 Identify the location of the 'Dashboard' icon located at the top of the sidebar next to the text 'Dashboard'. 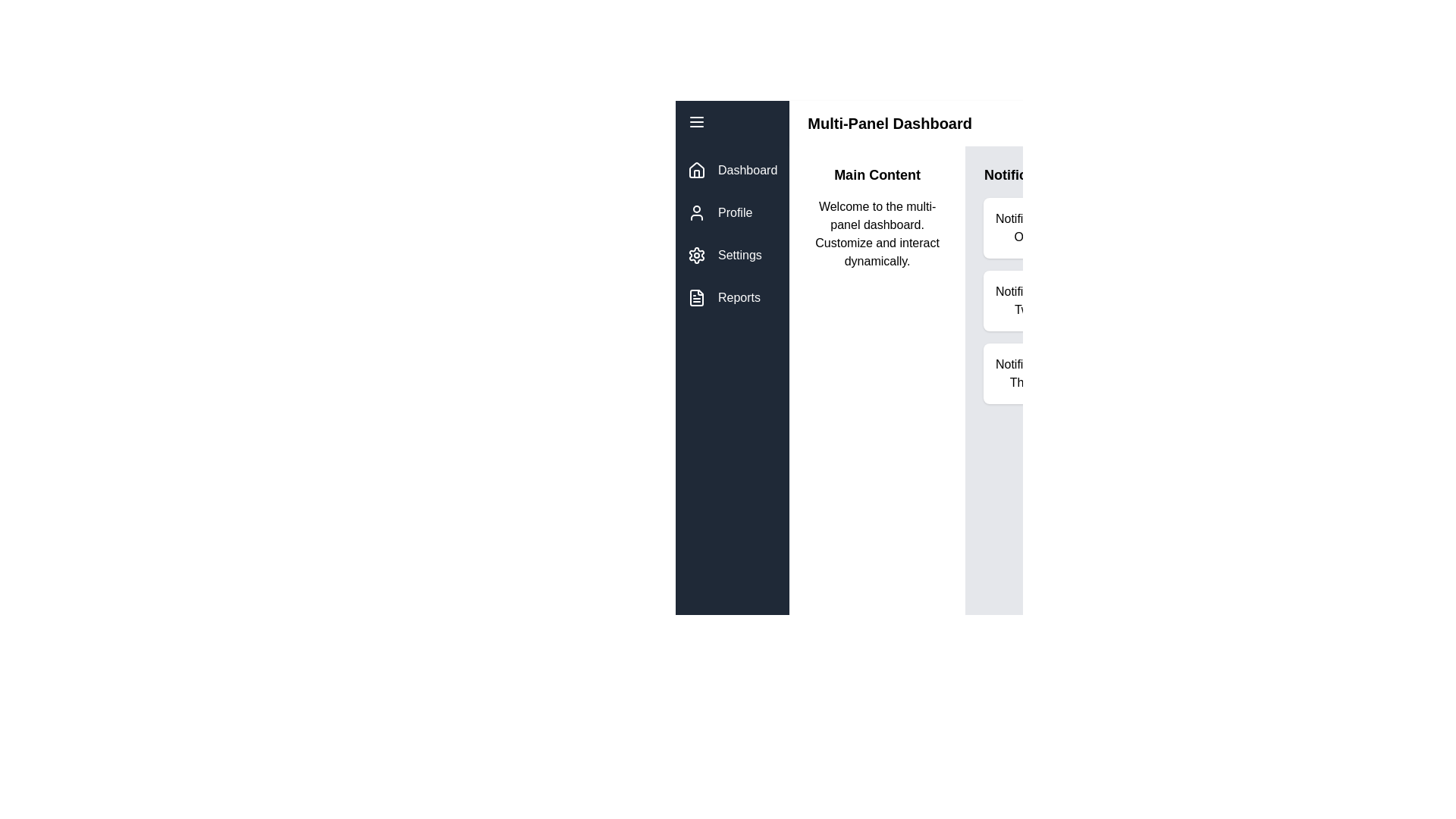
(695, 169).